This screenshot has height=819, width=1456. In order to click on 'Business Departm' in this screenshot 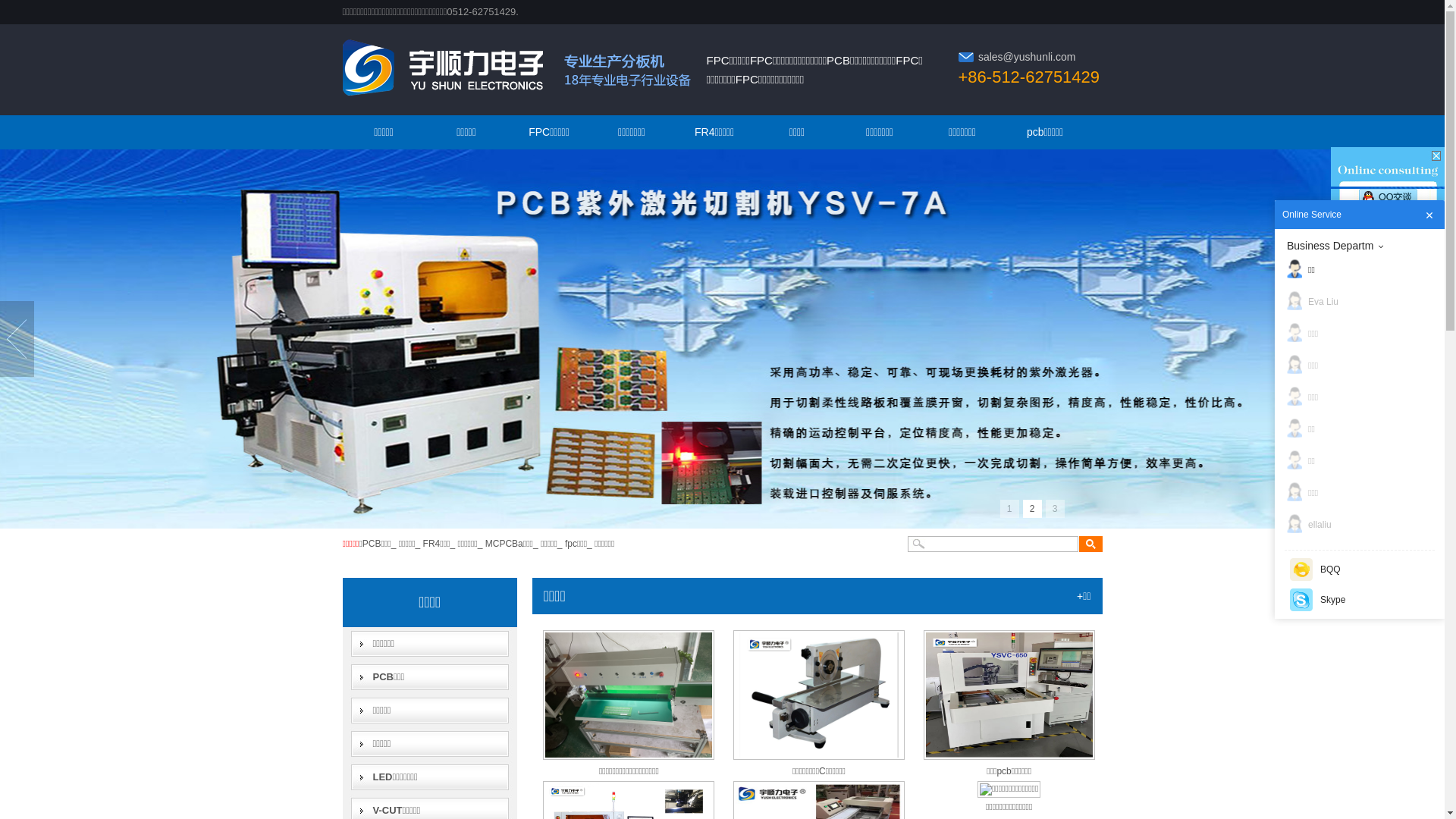, I will do `click(1363, 245)`.